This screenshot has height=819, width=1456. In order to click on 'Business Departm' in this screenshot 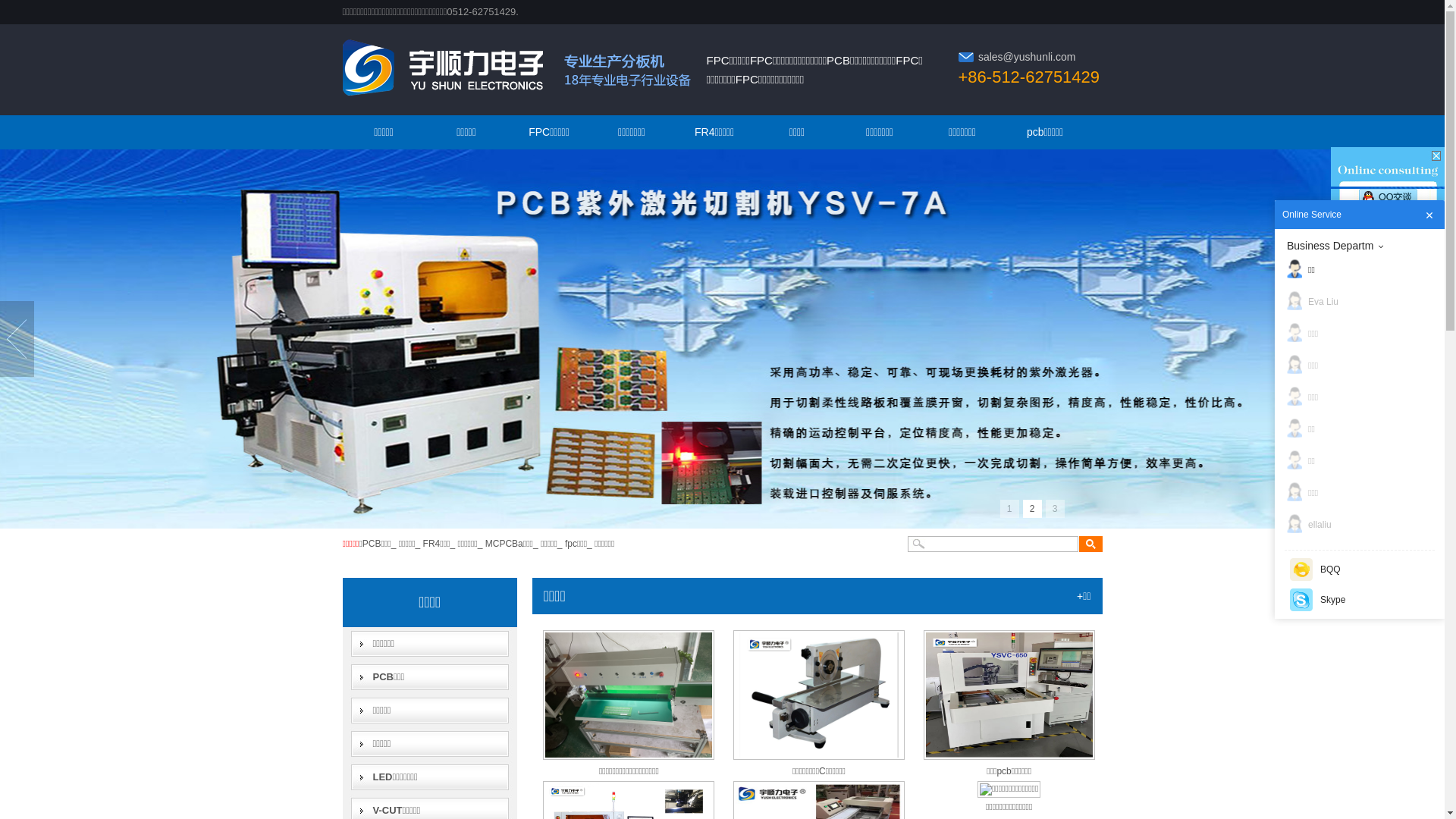, I will do `click(1363, 245)`.